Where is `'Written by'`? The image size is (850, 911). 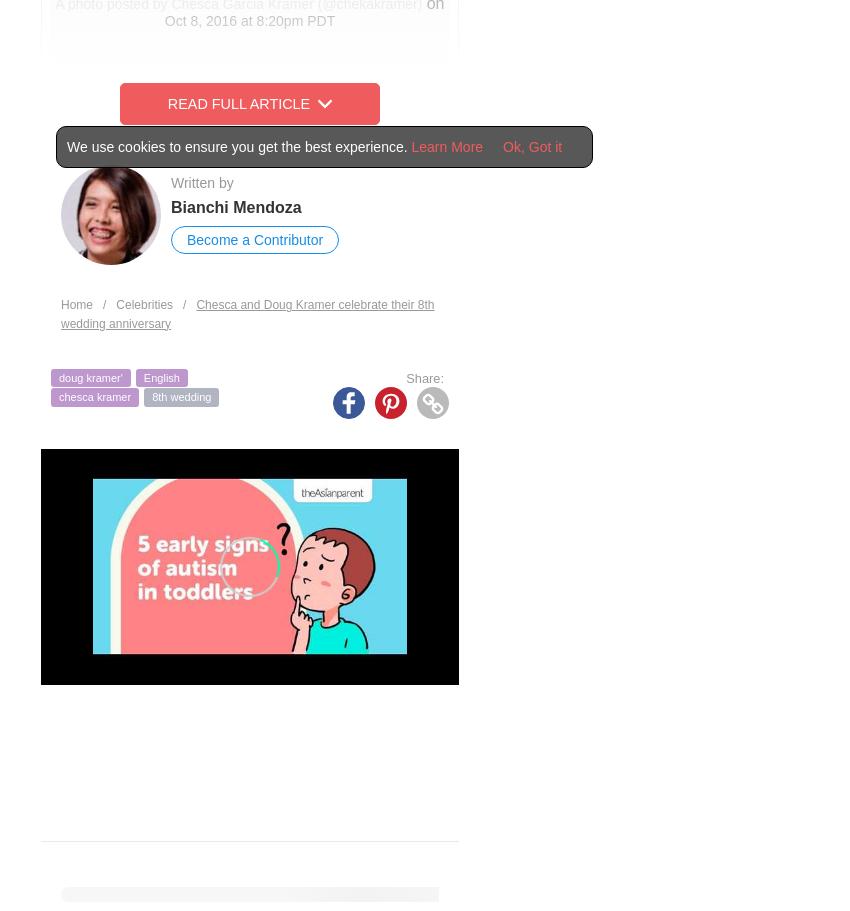 'Written by' is located at coordinates (200, 182).